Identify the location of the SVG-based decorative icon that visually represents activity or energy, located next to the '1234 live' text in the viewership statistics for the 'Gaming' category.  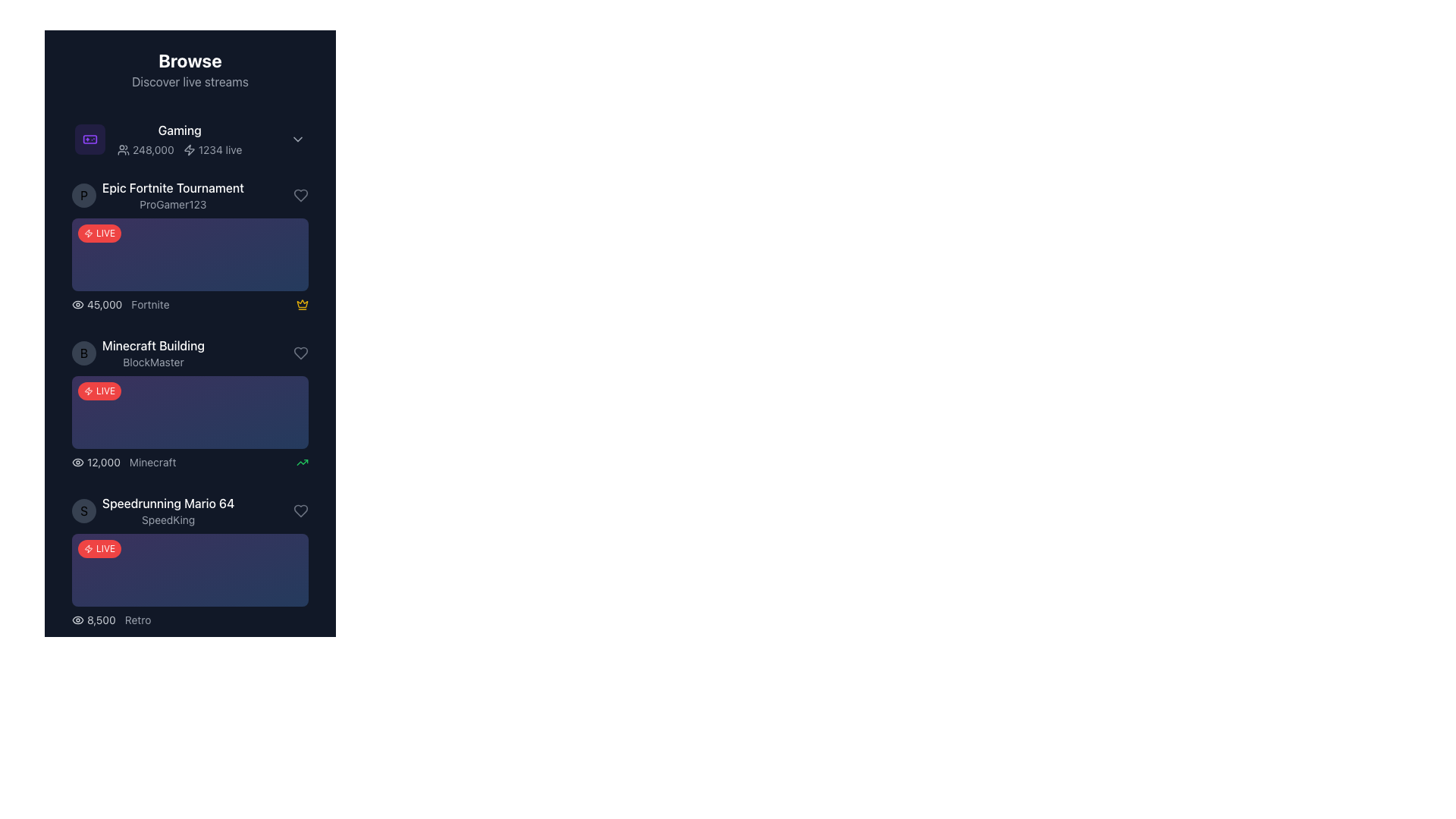
(188, 149).